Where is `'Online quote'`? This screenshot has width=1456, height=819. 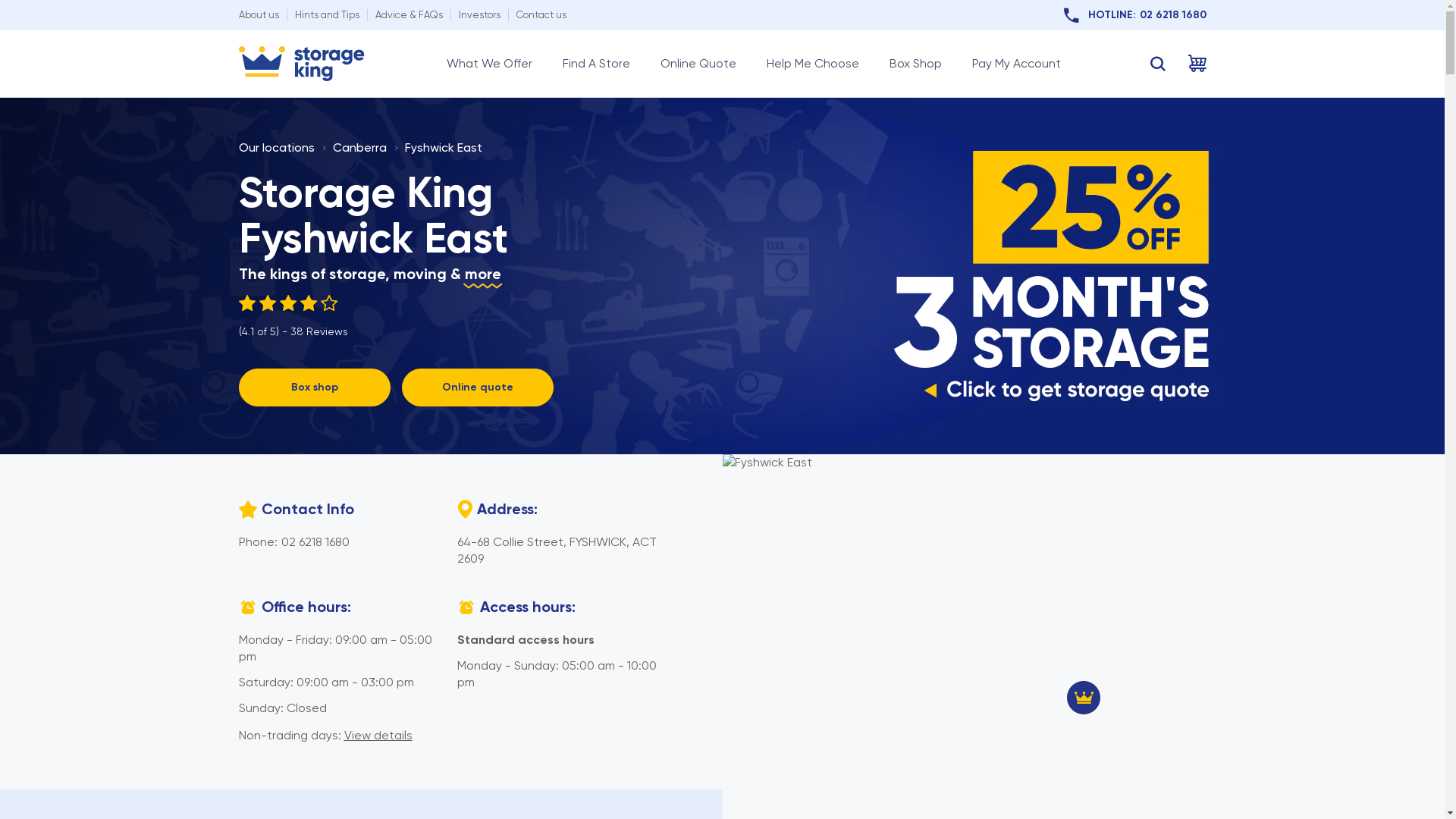
'Online quote' is located at coordinates (401, 386).